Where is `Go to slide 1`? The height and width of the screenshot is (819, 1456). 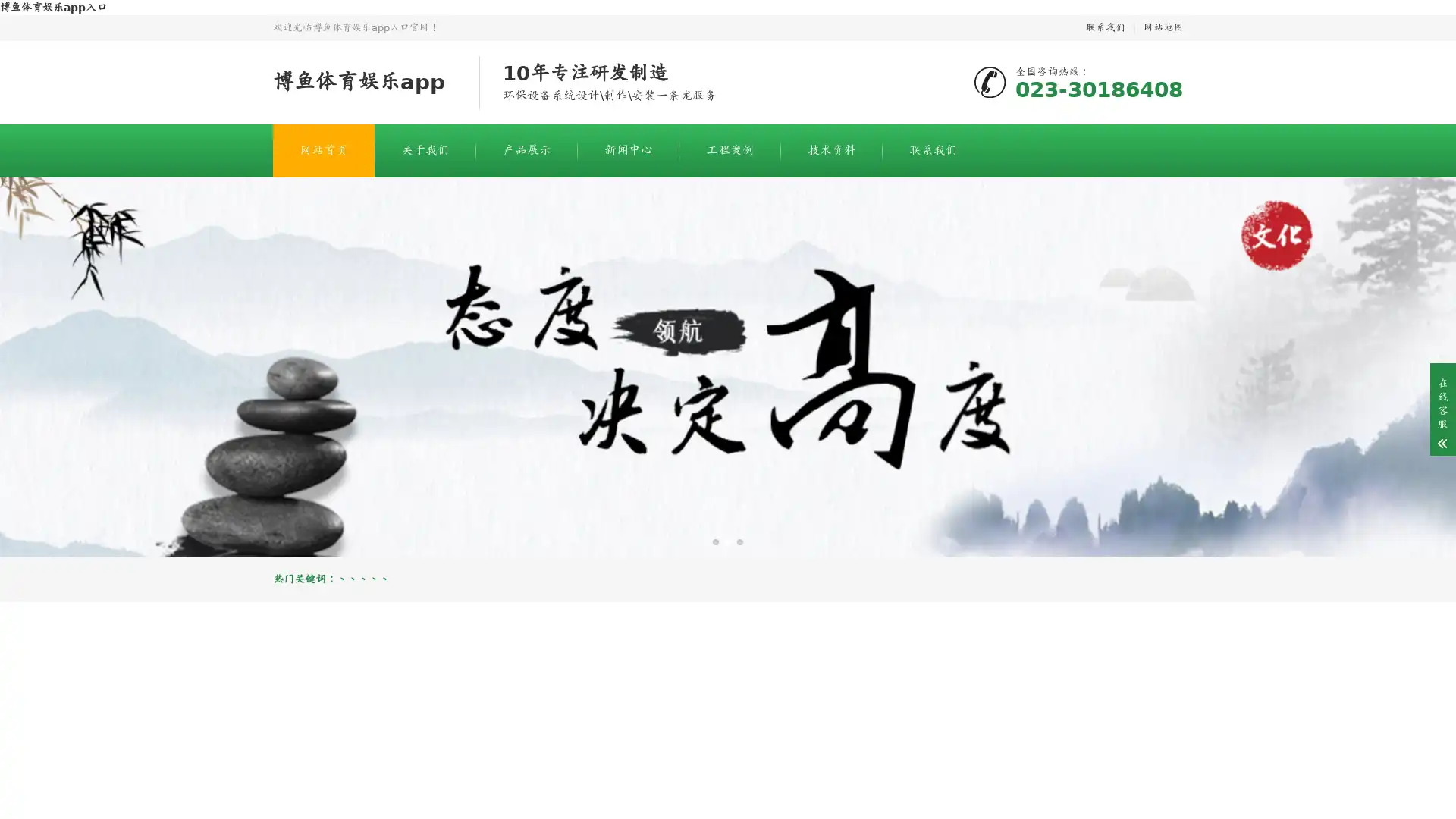 Go to slide 1 is located at coordinates (715, 541).